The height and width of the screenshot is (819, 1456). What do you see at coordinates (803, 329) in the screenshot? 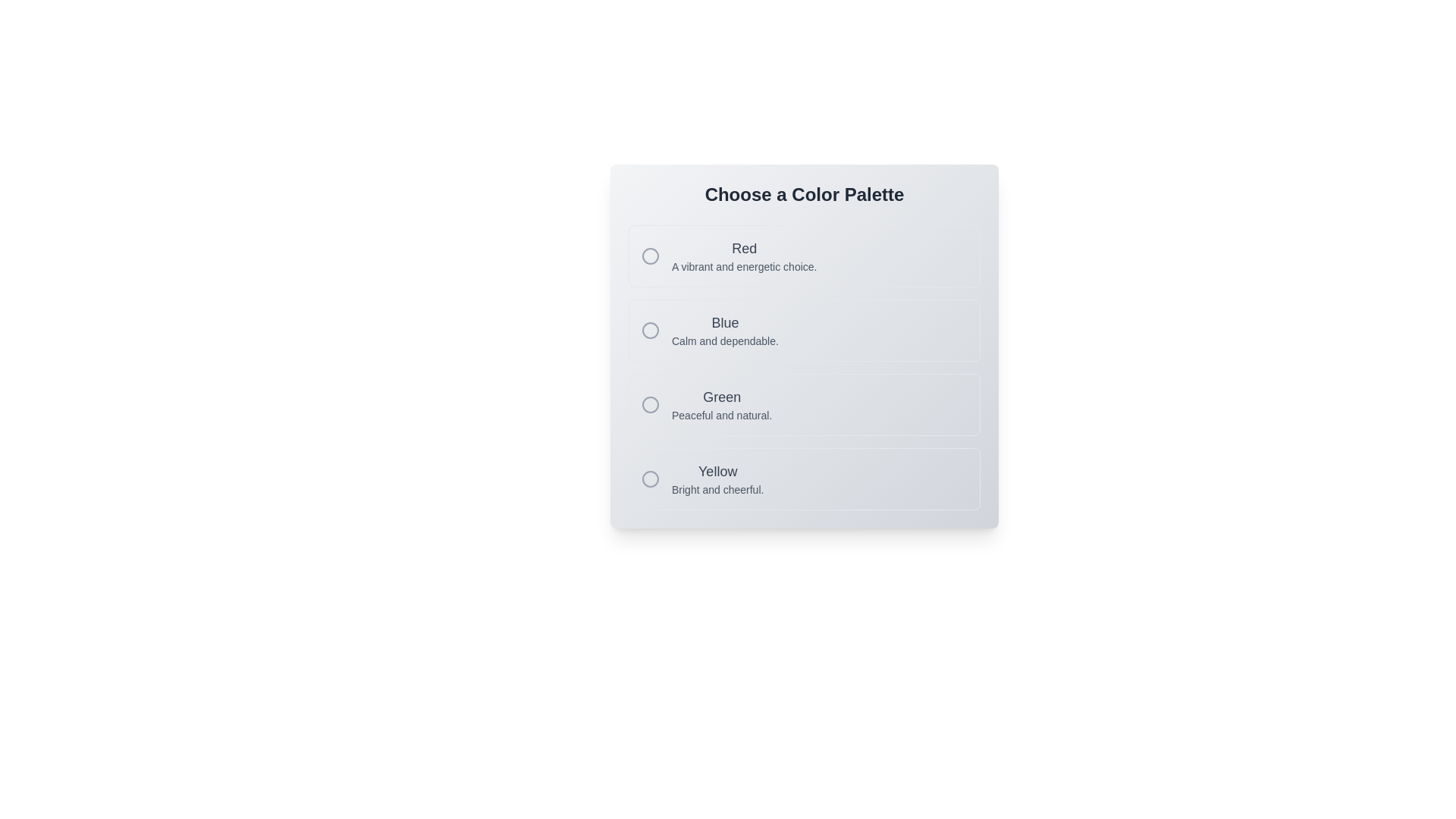
I see `the 'Blue' selectable card, which is the second option in the vertical list of cards` at bounding box center [803, 329].